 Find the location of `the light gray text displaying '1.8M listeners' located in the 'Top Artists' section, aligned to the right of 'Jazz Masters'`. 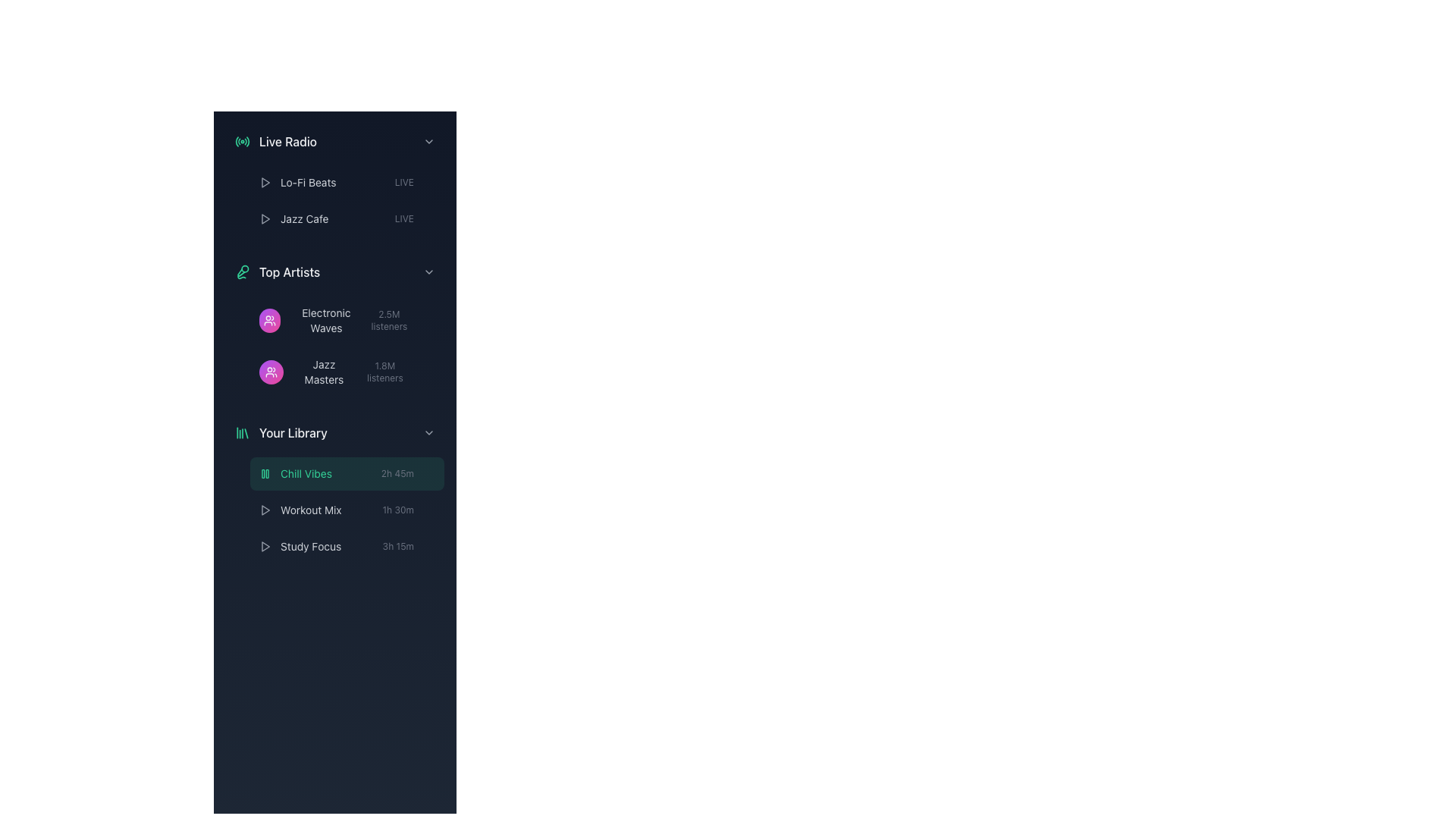

the light gray text displaying '1.8M listeners' located in the 'Top Artists' section, aligned to the right of 'Jazz Masters' is located at coordinates (395, 372).